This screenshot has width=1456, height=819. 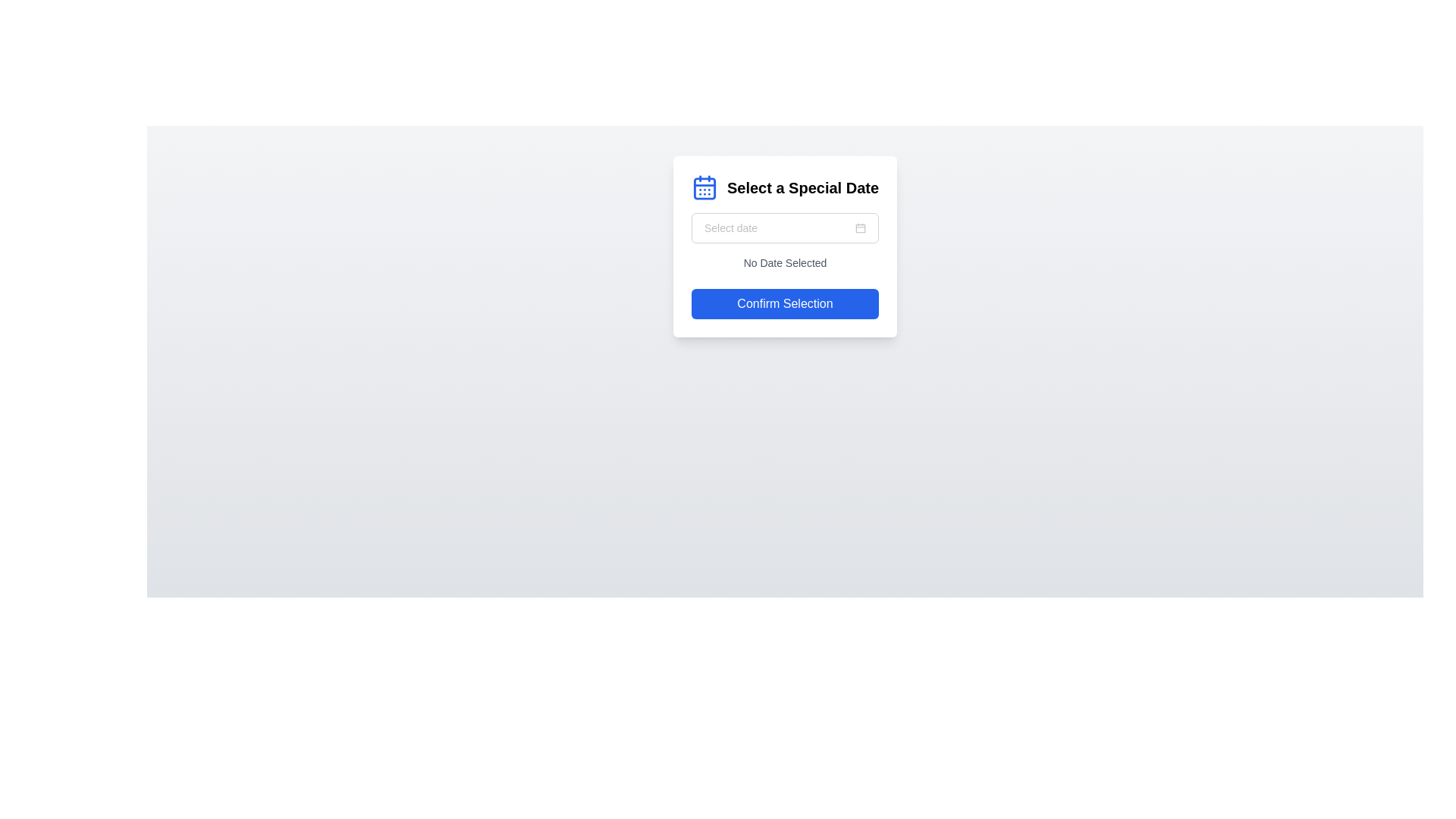 I want to click on the Date picker input field located beneath the title 'Select a Special Date', so click(x=785, y=227).